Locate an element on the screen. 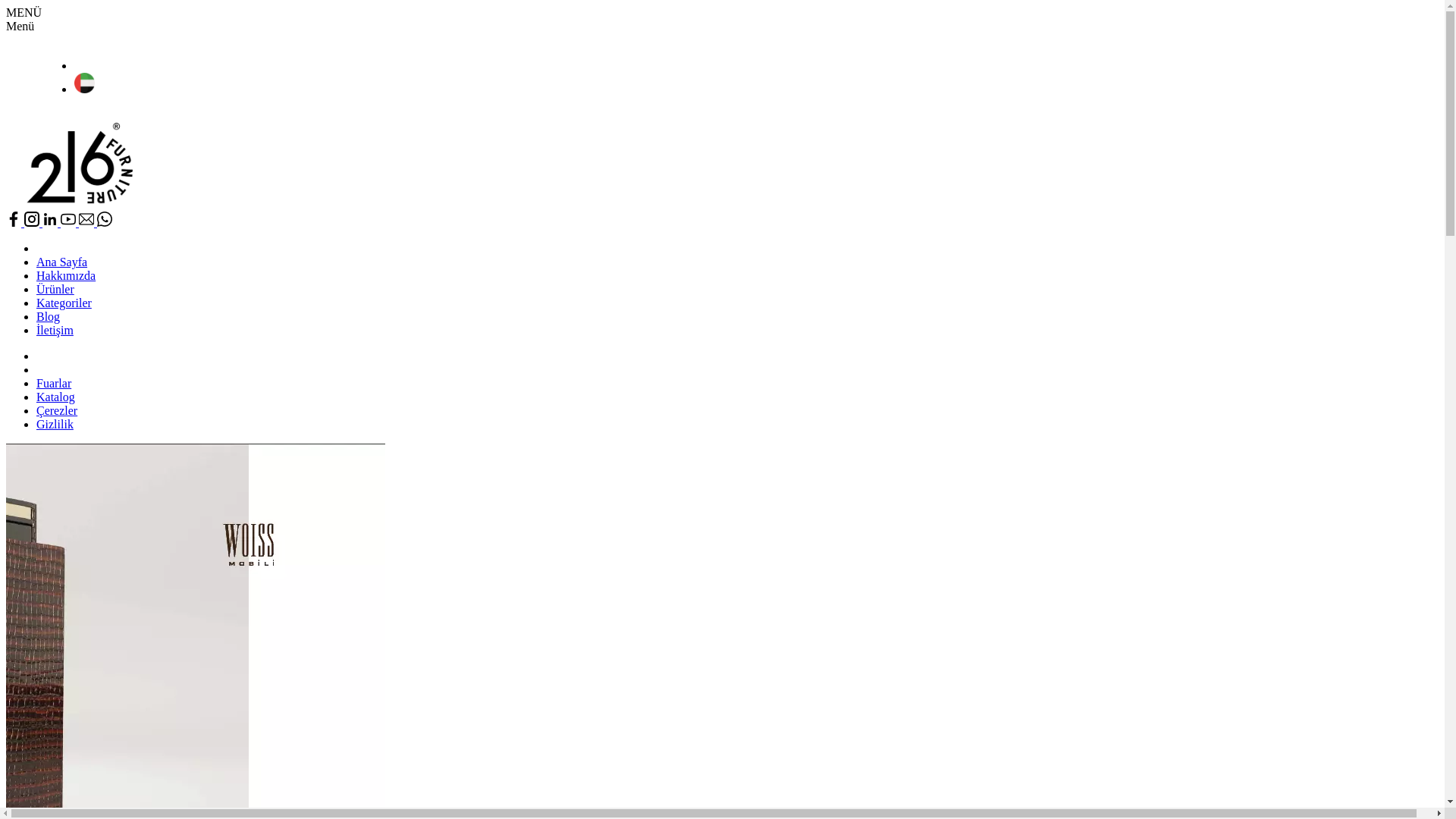  'Katalog' is located at coordinates (55, 396).